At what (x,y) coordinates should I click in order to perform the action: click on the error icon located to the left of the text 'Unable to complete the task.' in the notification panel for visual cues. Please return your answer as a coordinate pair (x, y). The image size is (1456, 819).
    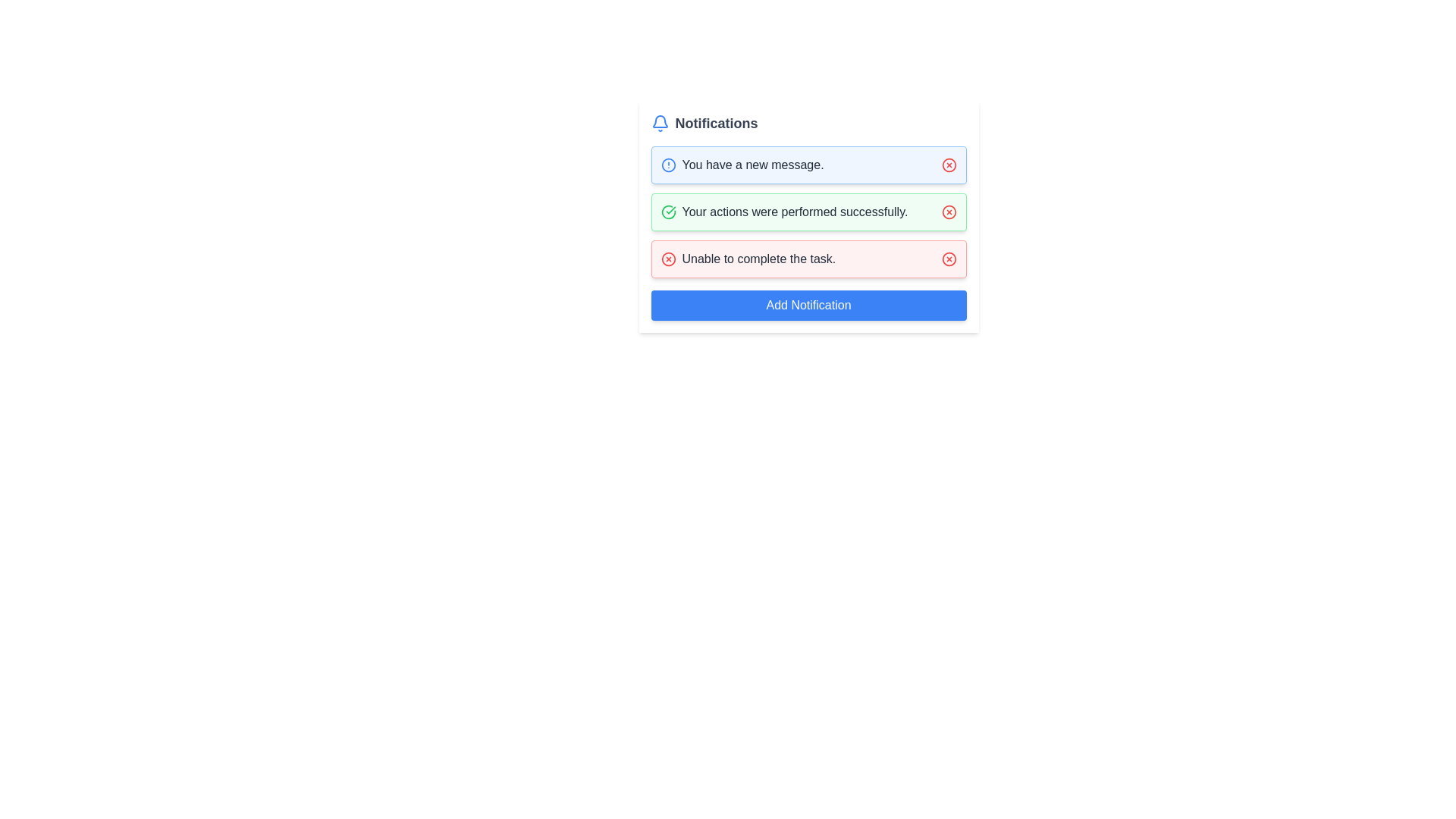
    Looking at the image, I should click on (667, 259).